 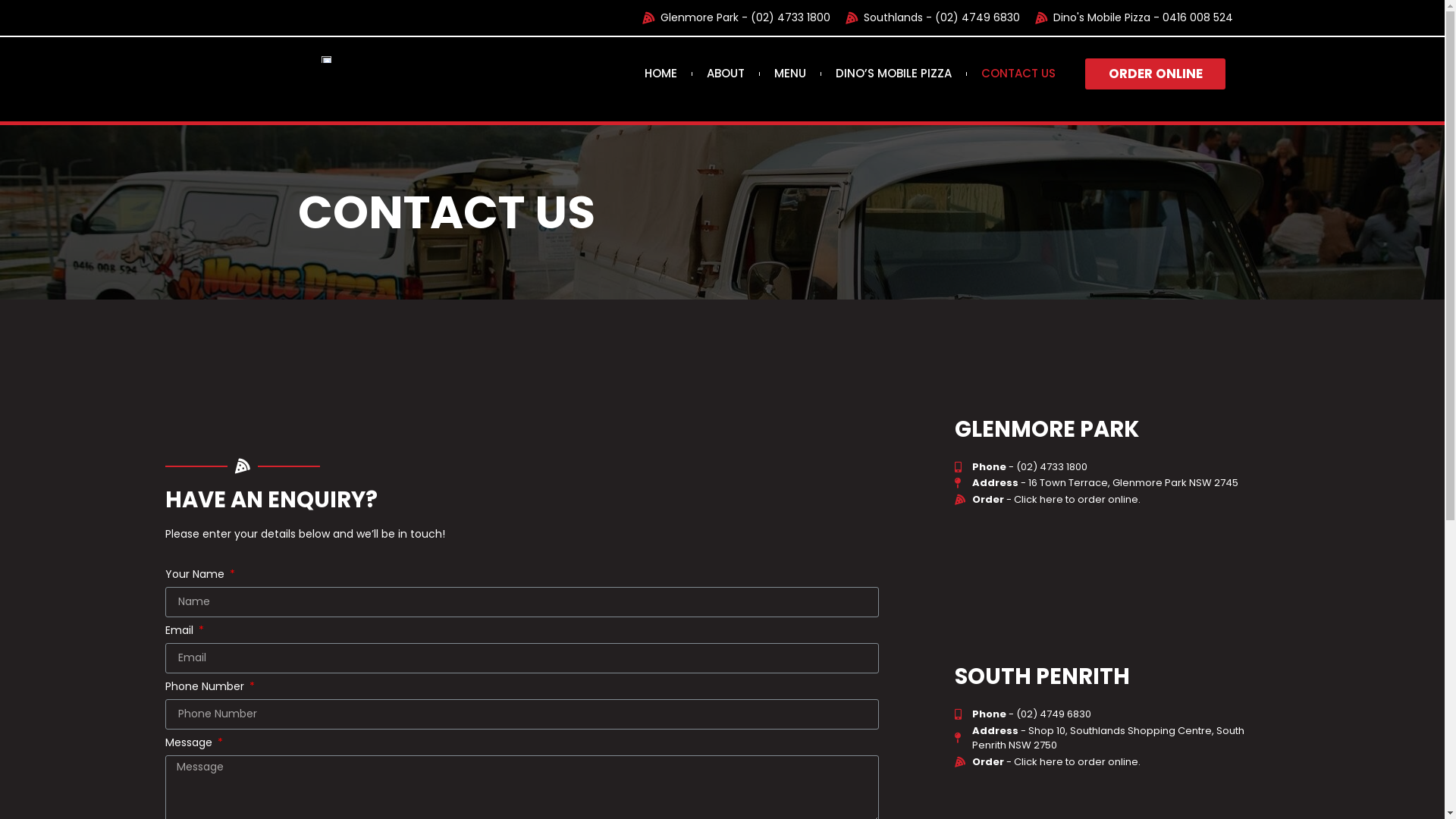 What do you see at coordinates (661, 73) in the screenshot?
I see `'HOME'` at bounding box center [661, 73].